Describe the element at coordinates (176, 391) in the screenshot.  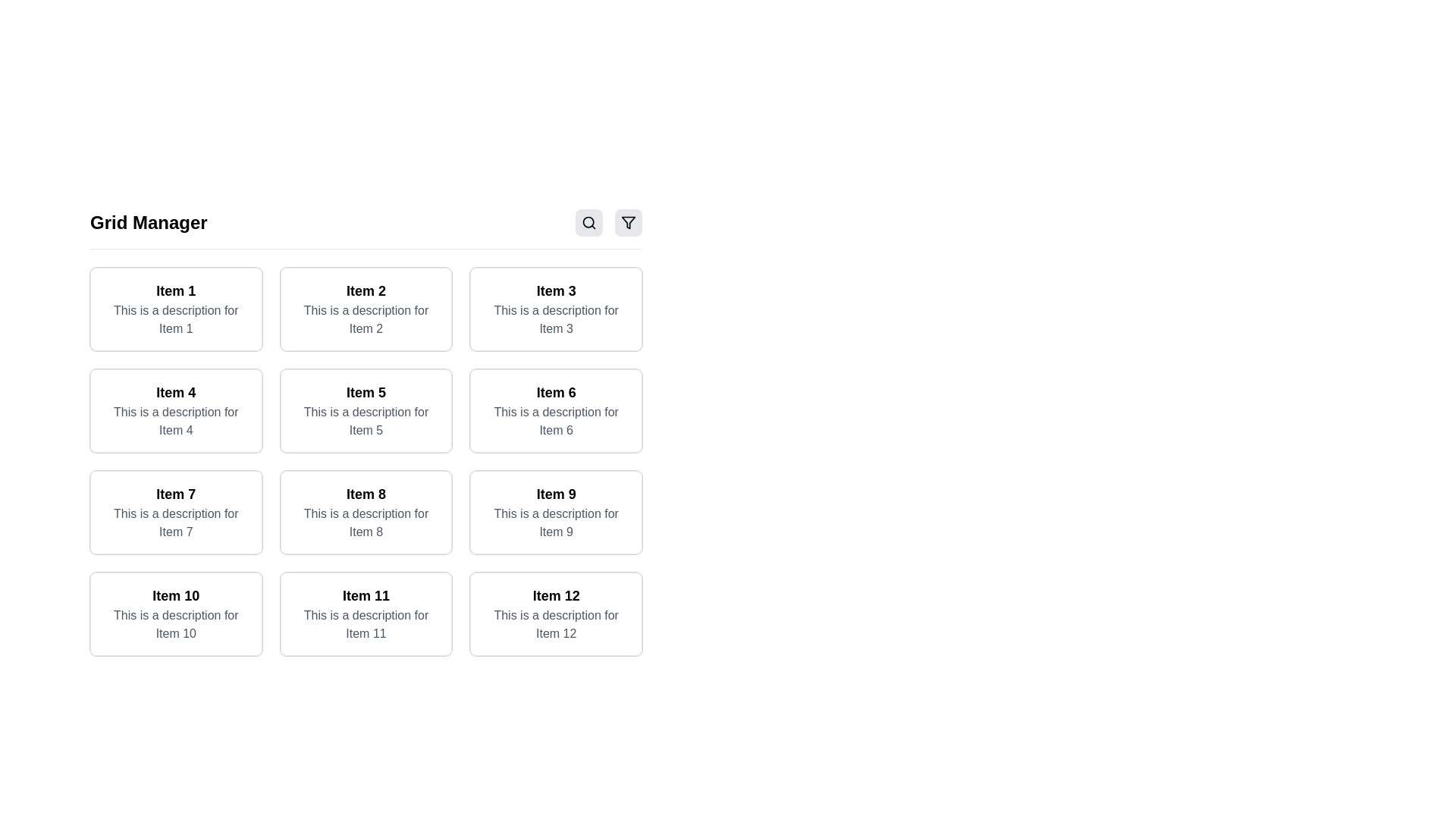
I see `the bold text label reading 'Item 4' located in the second row, first column of the grid layout inside a card component` at that location.